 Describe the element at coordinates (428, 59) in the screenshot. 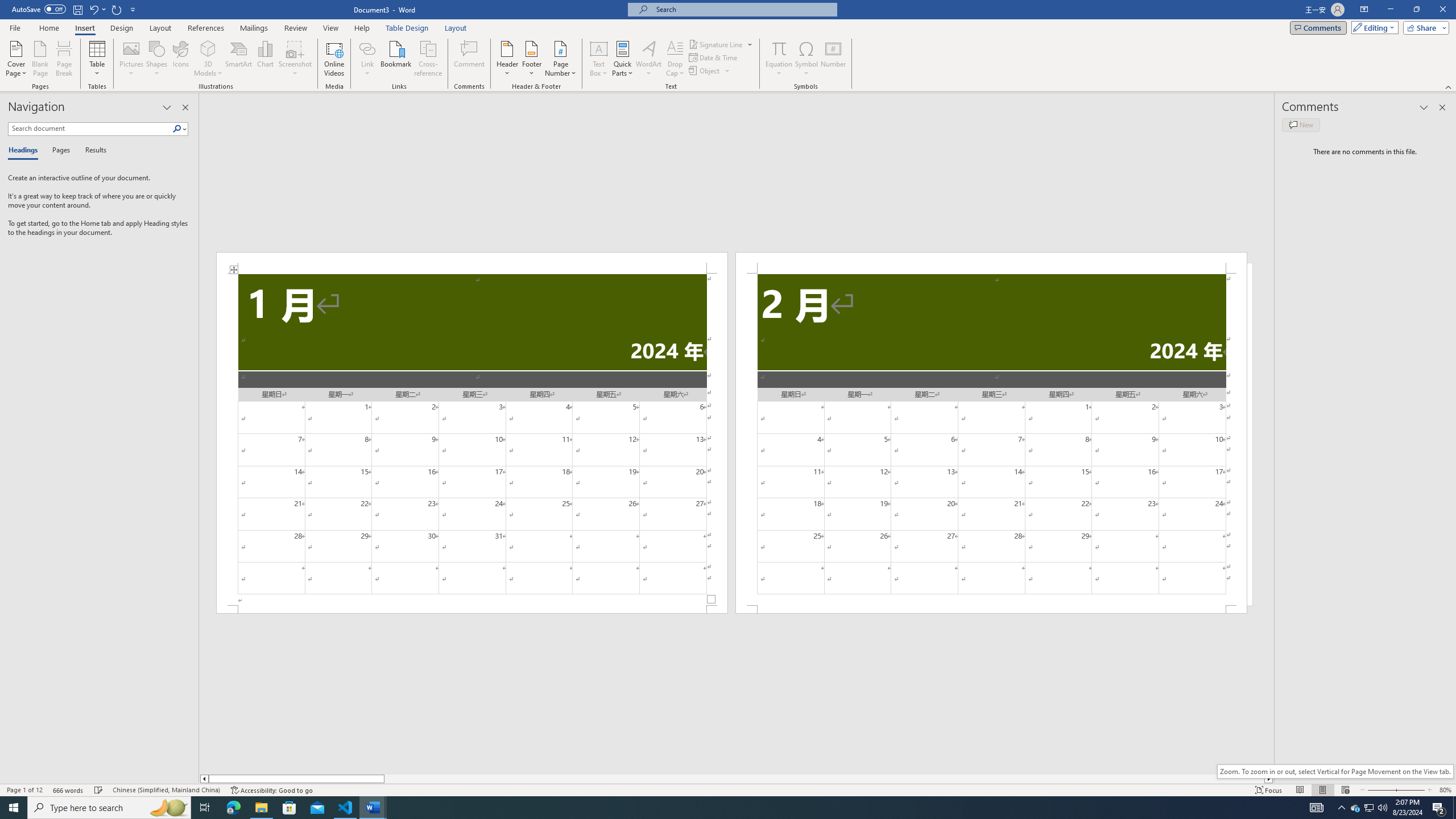

I see `'Cross-reference...'` at that location.